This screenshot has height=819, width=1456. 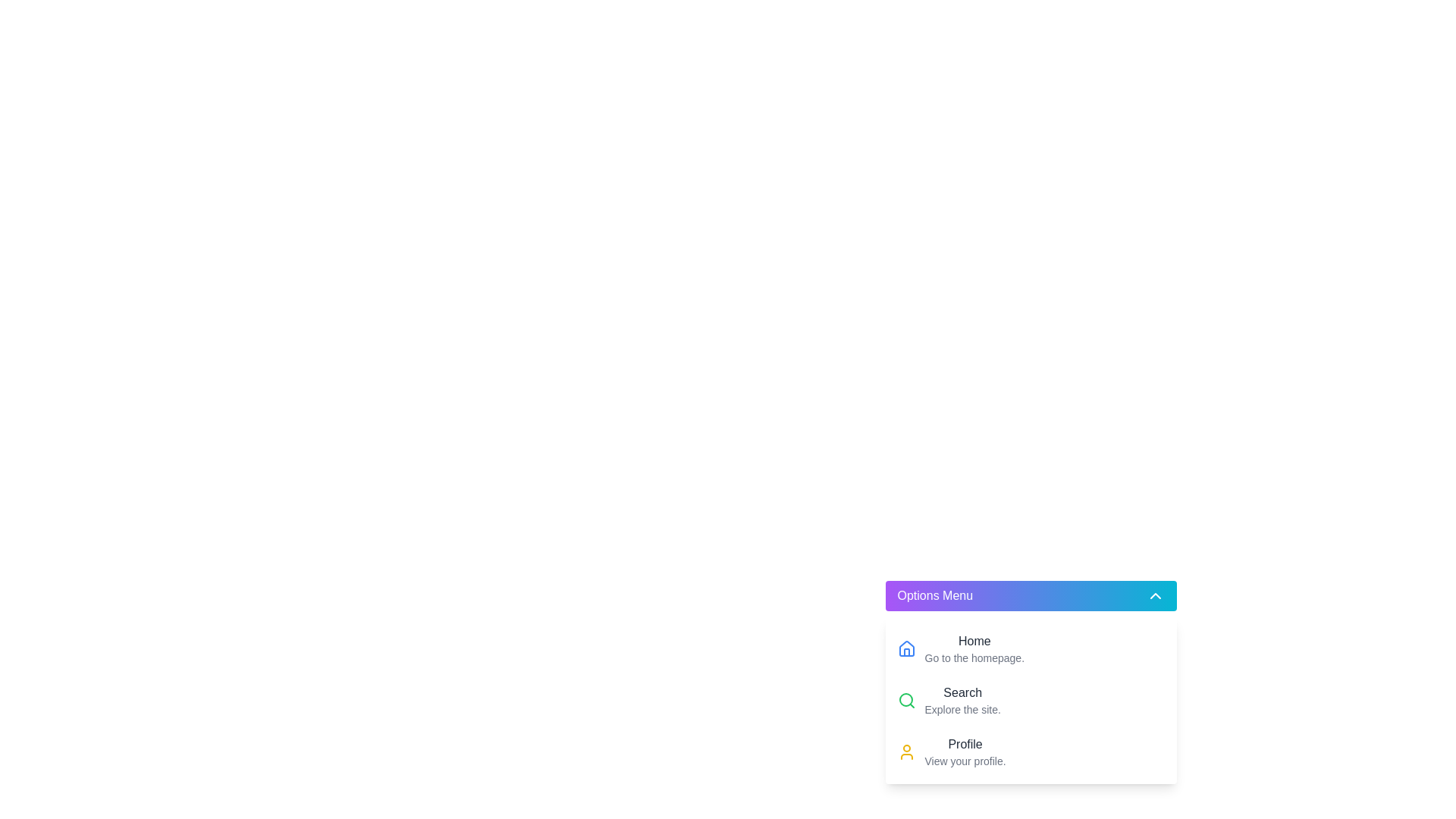 I want to click on the circular graphical element that forms part of the magnifying glass icon representing the 'Search' functionality in the top right section of the 'Options Menu', so click(x=905, y=699).